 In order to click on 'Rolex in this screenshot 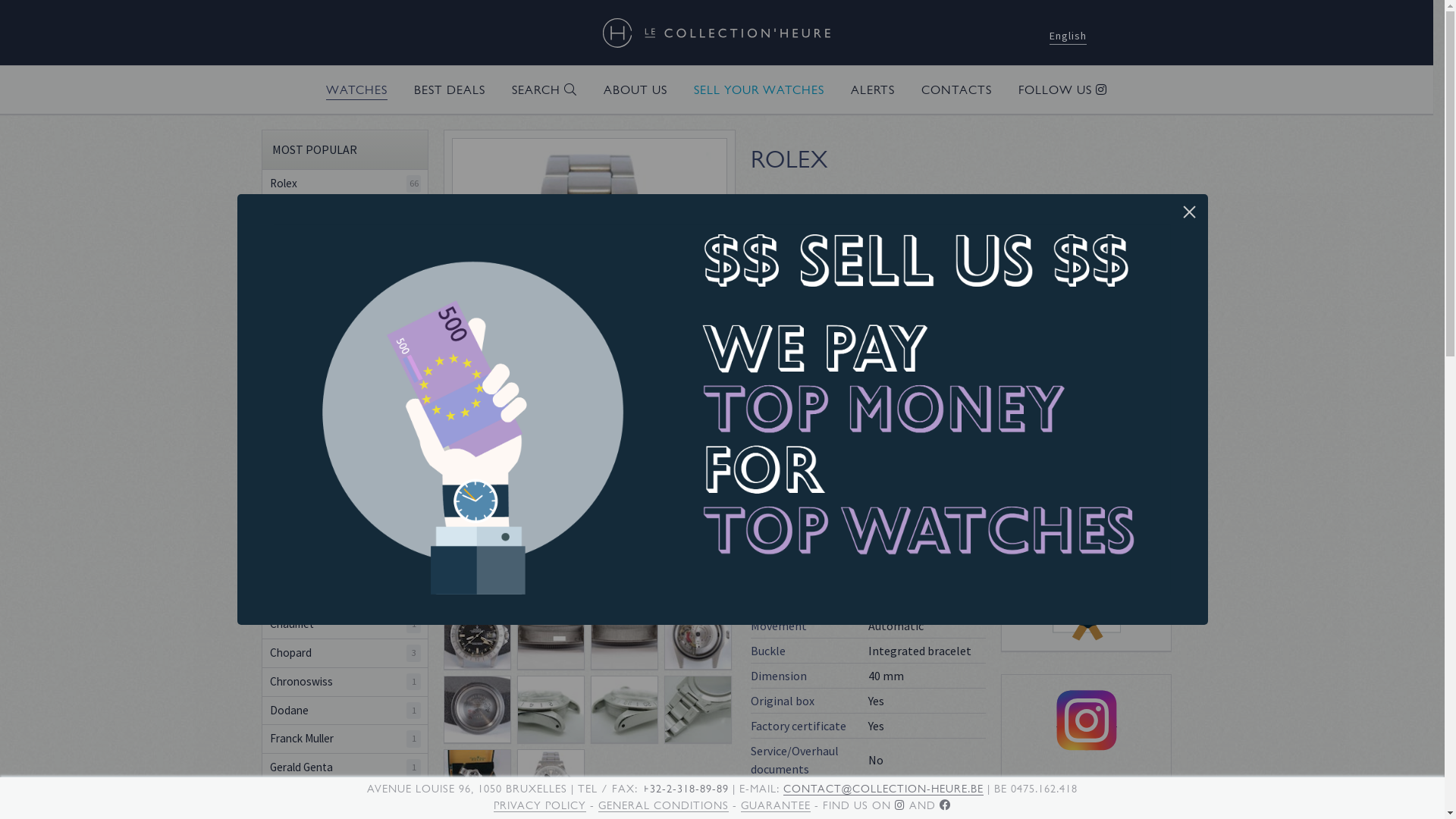, I will do `click(344, 183)`.